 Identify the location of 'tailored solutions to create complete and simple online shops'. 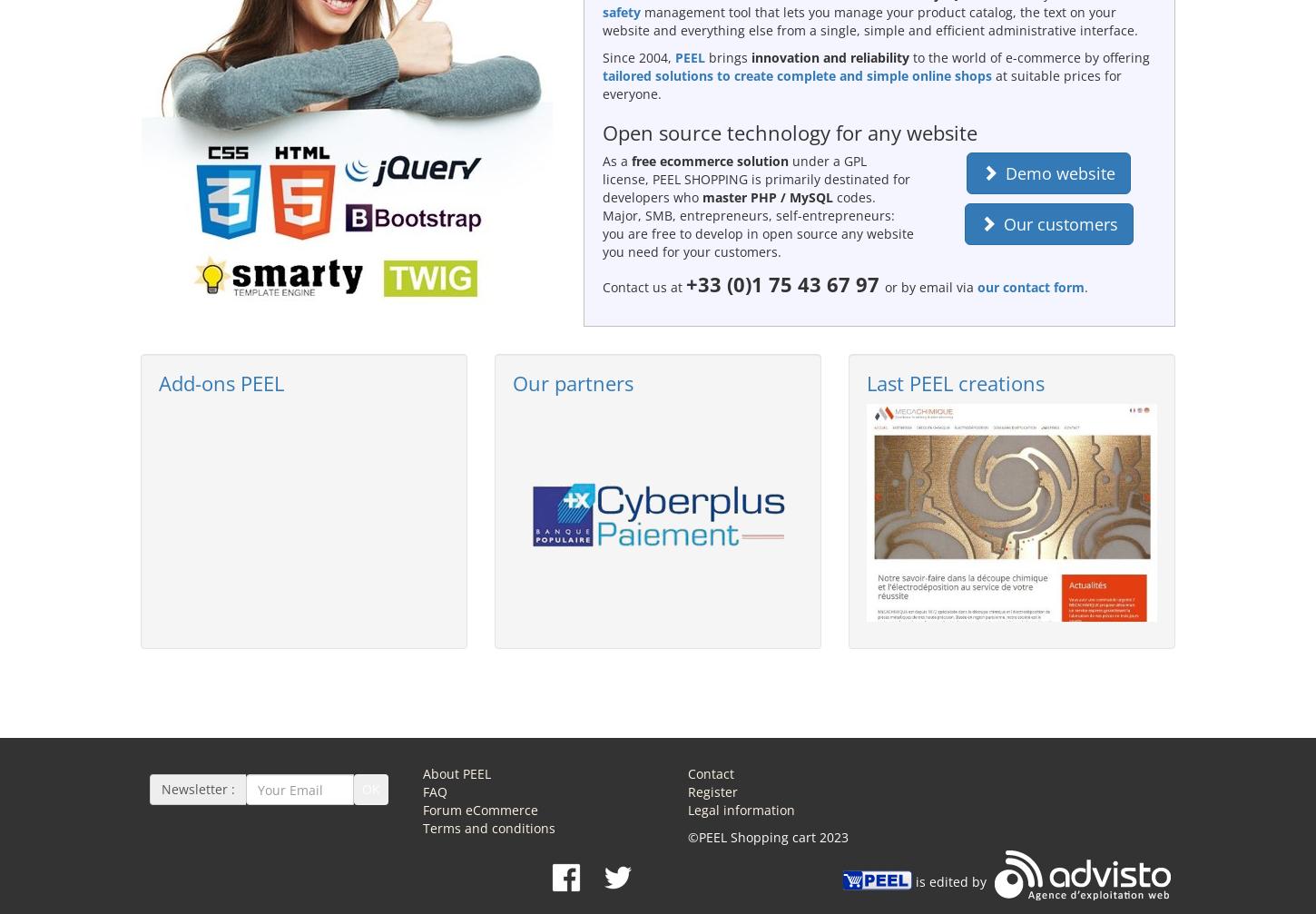
(795, 74).